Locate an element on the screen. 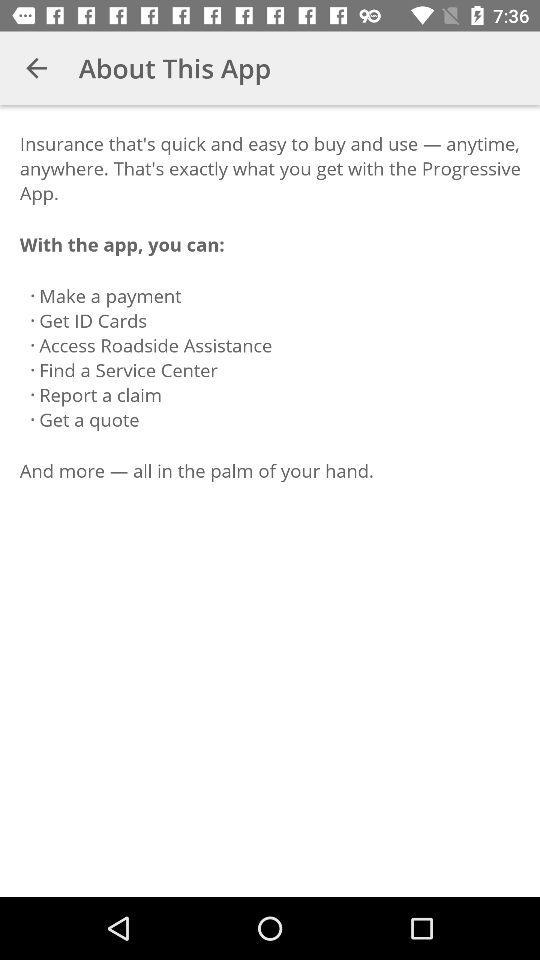 This screenshot has width=540, height=960. item above the insurance that s icon is located at coordinates (36, 68).